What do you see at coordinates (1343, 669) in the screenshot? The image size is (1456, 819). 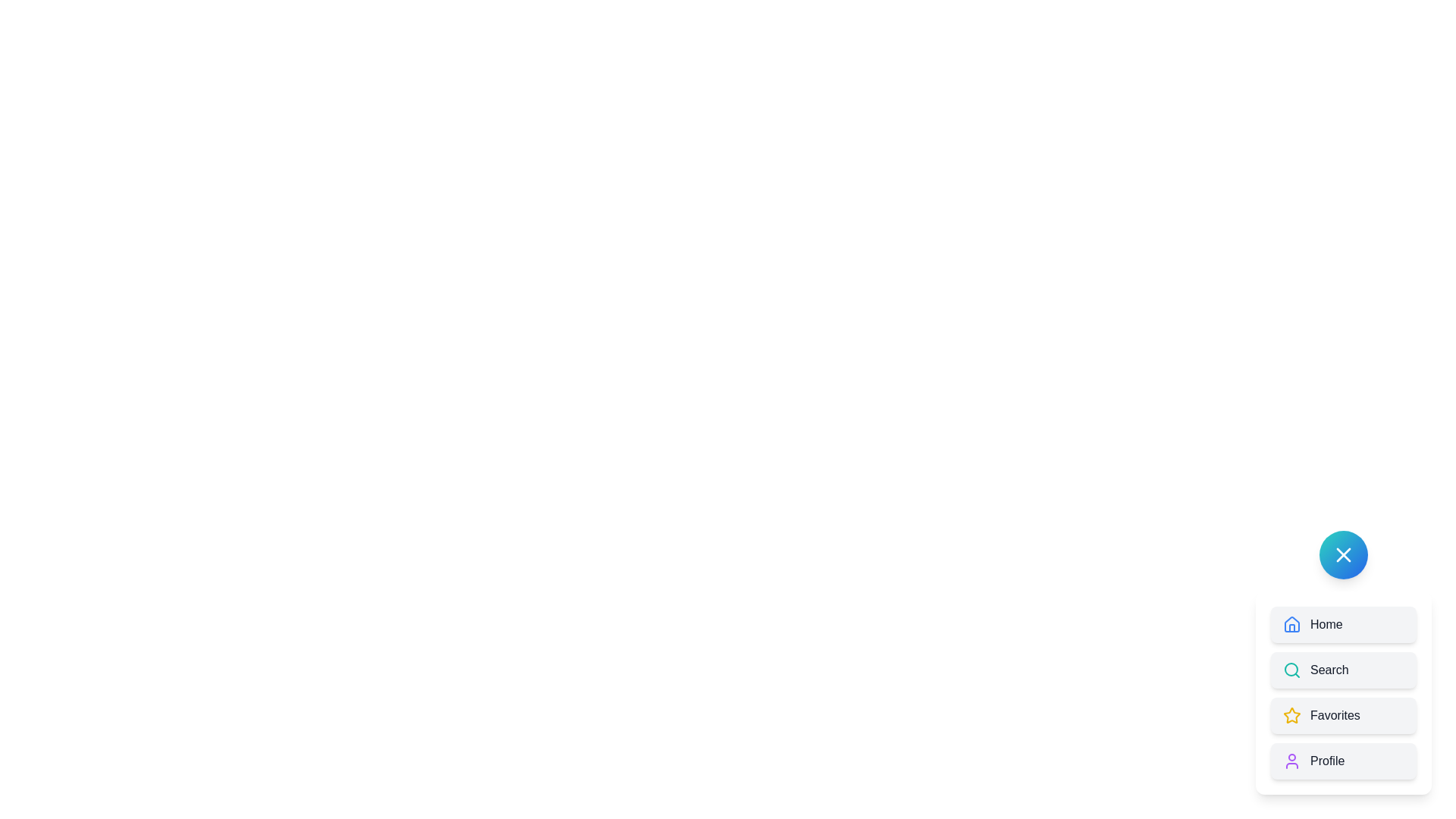 I see `the 'Search' button, which is the second button in the menu group, featuring a teal magnifying glass icon and black text on a light gray background` at bounding box center [1343, 669].